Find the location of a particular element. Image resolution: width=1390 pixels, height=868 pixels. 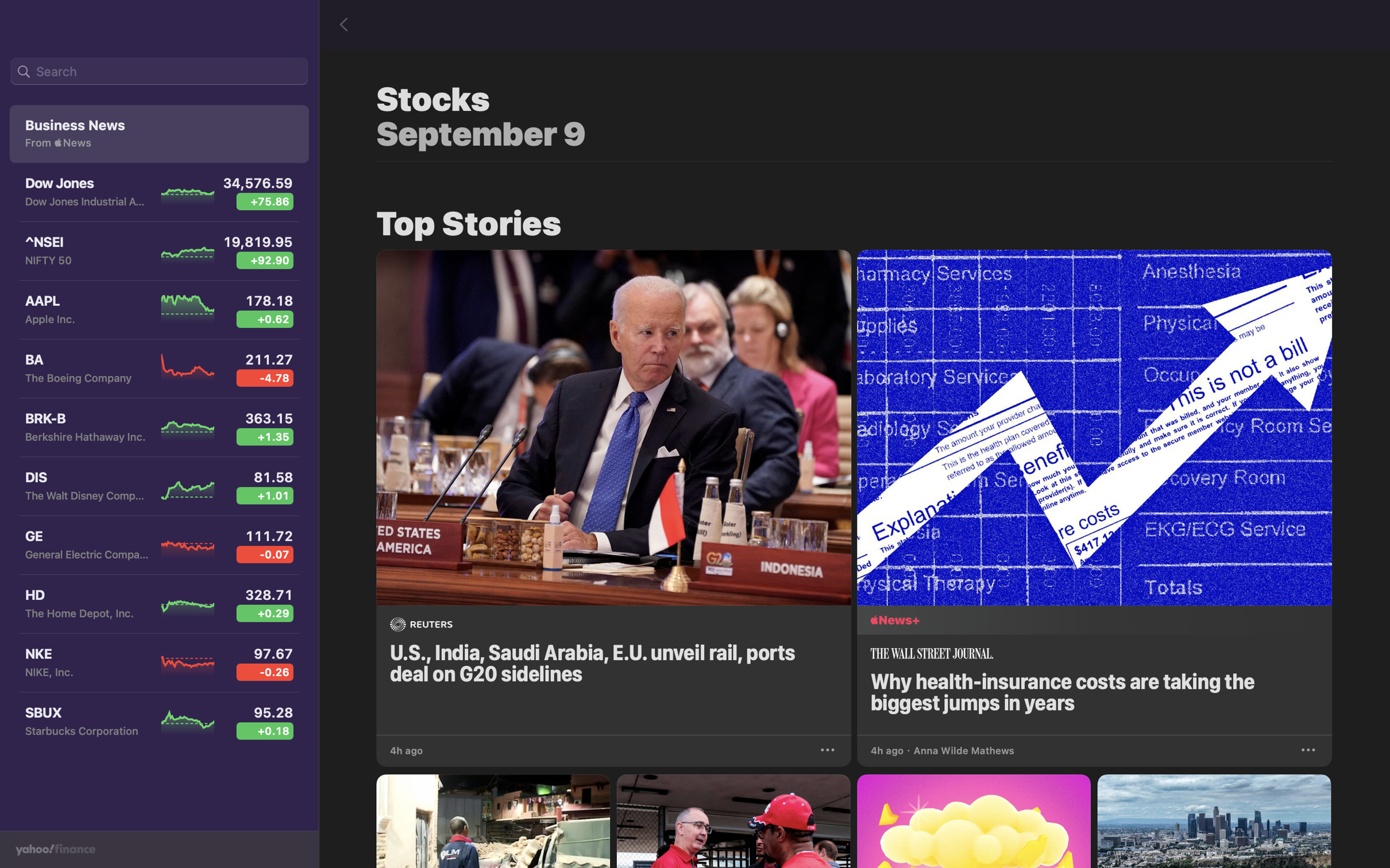

Search for the "Aurora" stock in the bar on top left is located at coordinates (159, 72).